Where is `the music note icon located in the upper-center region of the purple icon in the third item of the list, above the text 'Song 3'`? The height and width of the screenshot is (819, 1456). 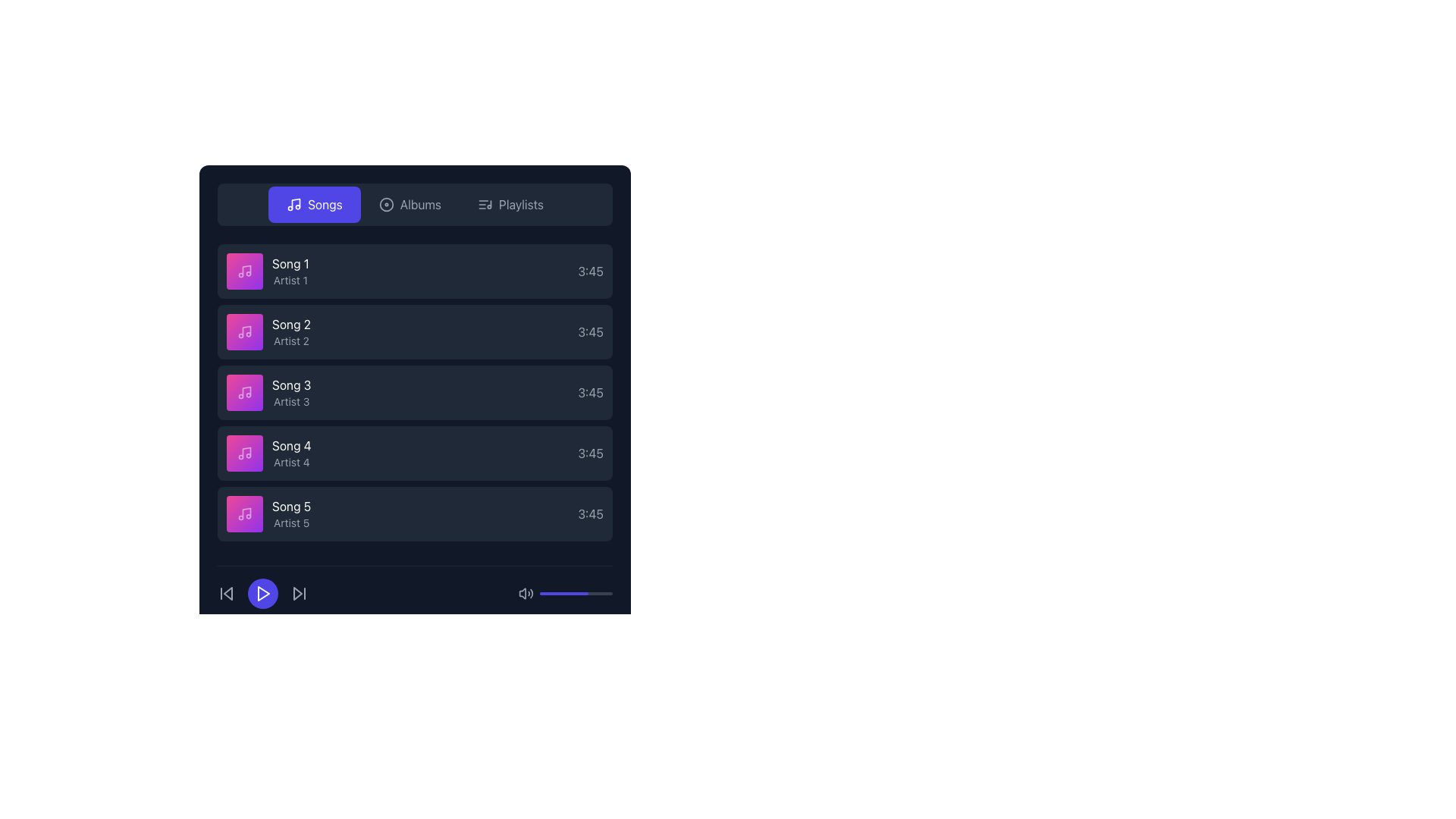
the music note icon located in the upper-center region of the purple icon in the third item of the list, above the text 'Song 3' is located at coordinates (246, 391).